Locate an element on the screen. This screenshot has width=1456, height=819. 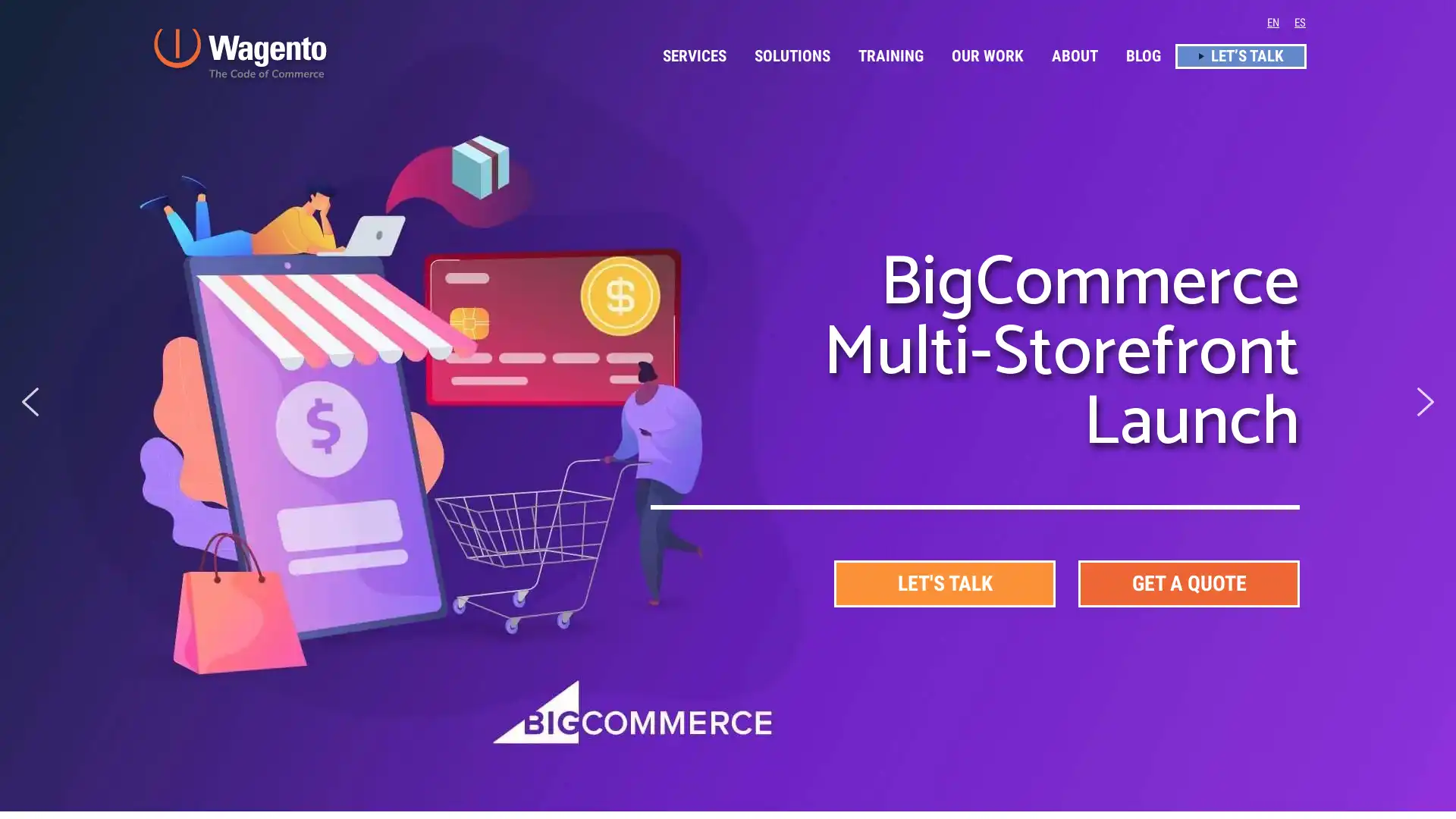
Decline is located at coordinates (1003, 121).